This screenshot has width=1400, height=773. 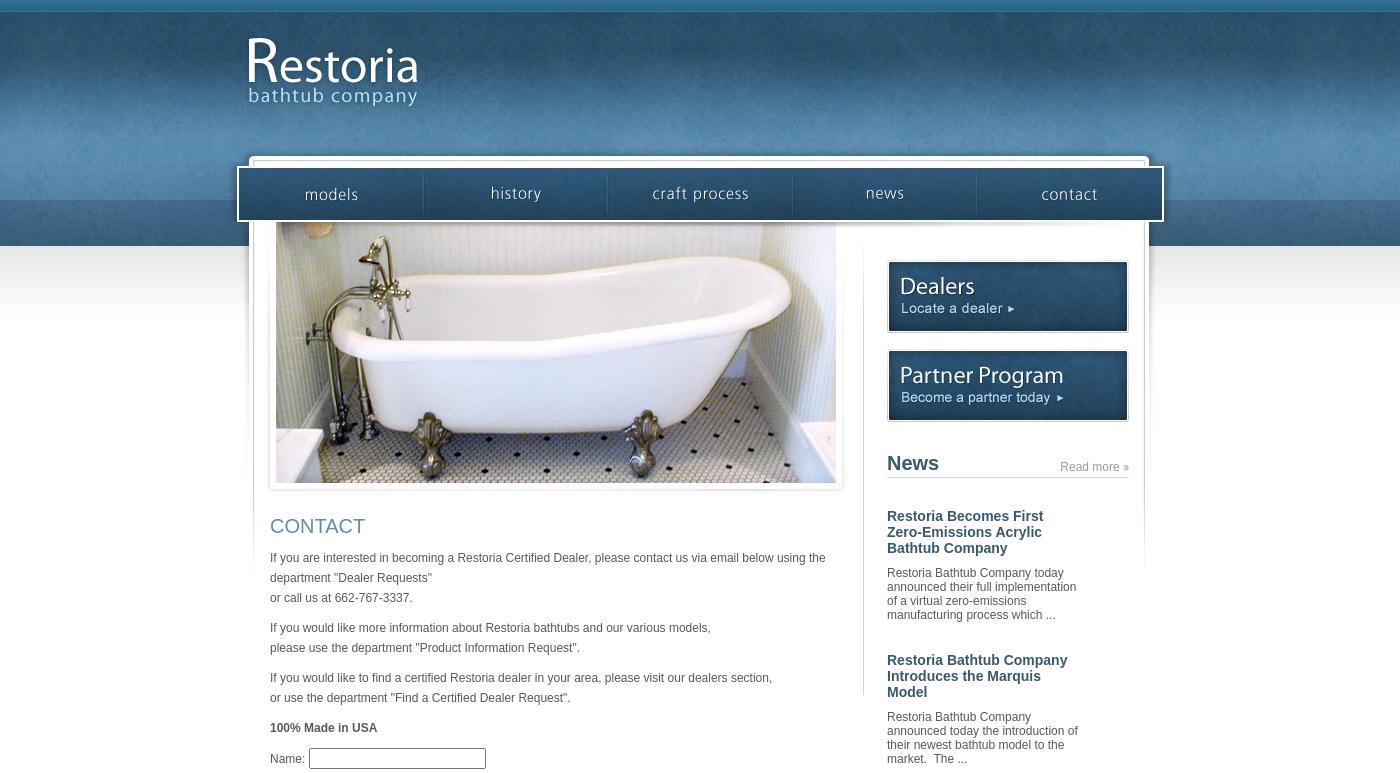 What do you see at coordinates (887, 674) in the screenshot?
I see `'Restoria Bathtub Company Introduces the Marquis Model'` at bounding box center [887, 674].